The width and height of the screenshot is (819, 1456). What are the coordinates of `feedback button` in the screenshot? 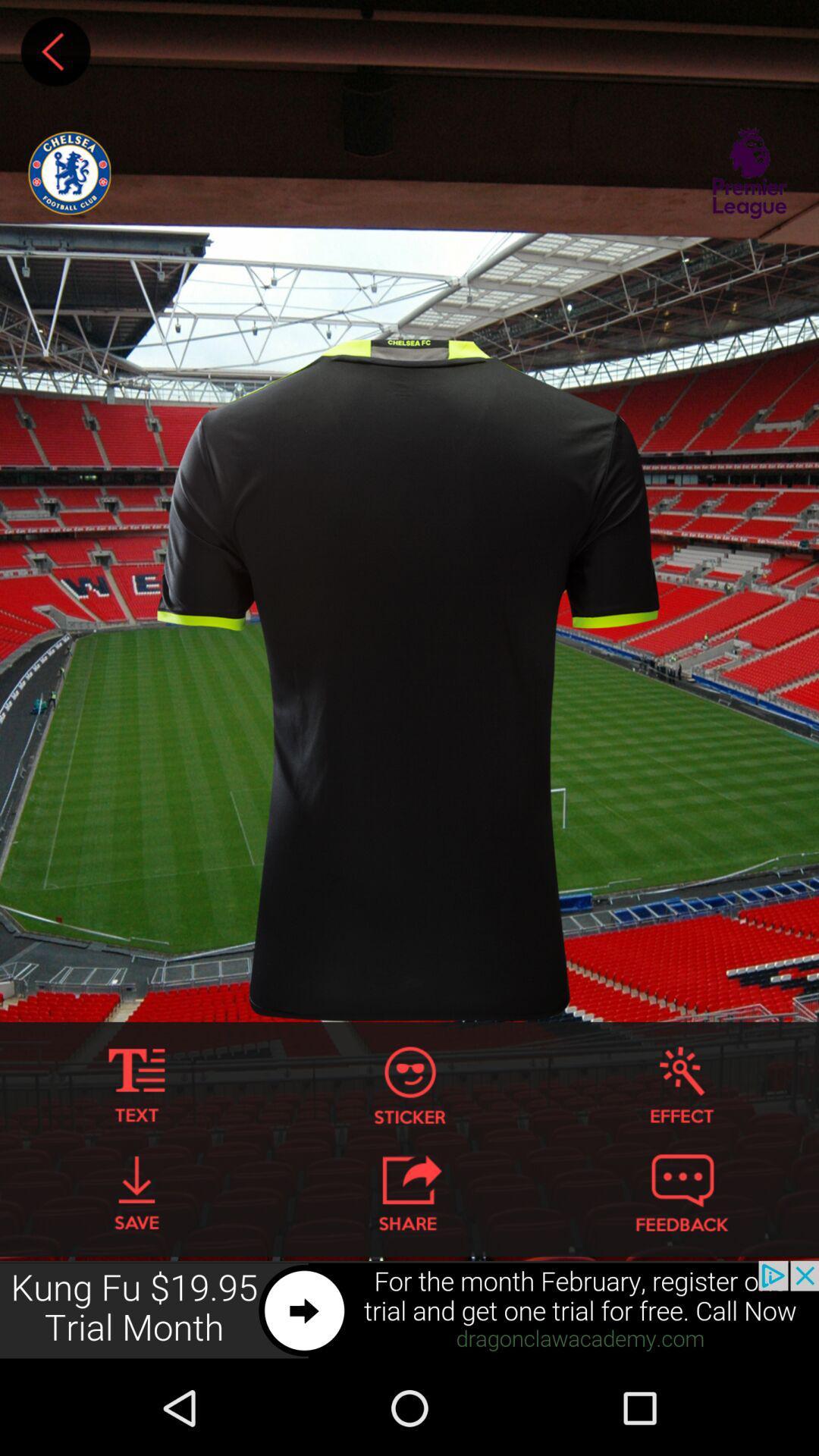 It's located at (681, 1192).